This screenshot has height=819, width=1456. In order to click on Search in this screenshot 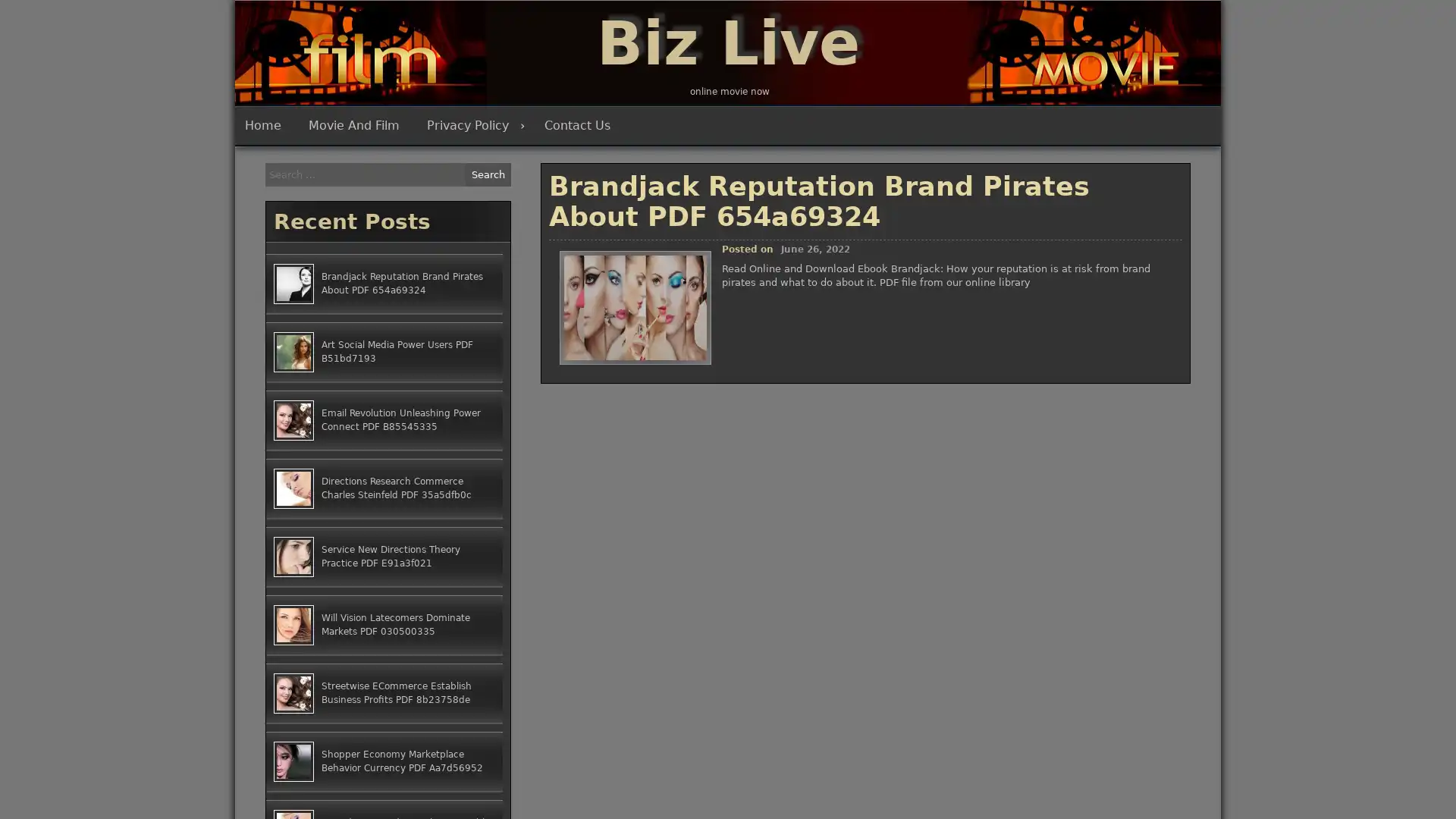, I will do `click(488, 174)`.